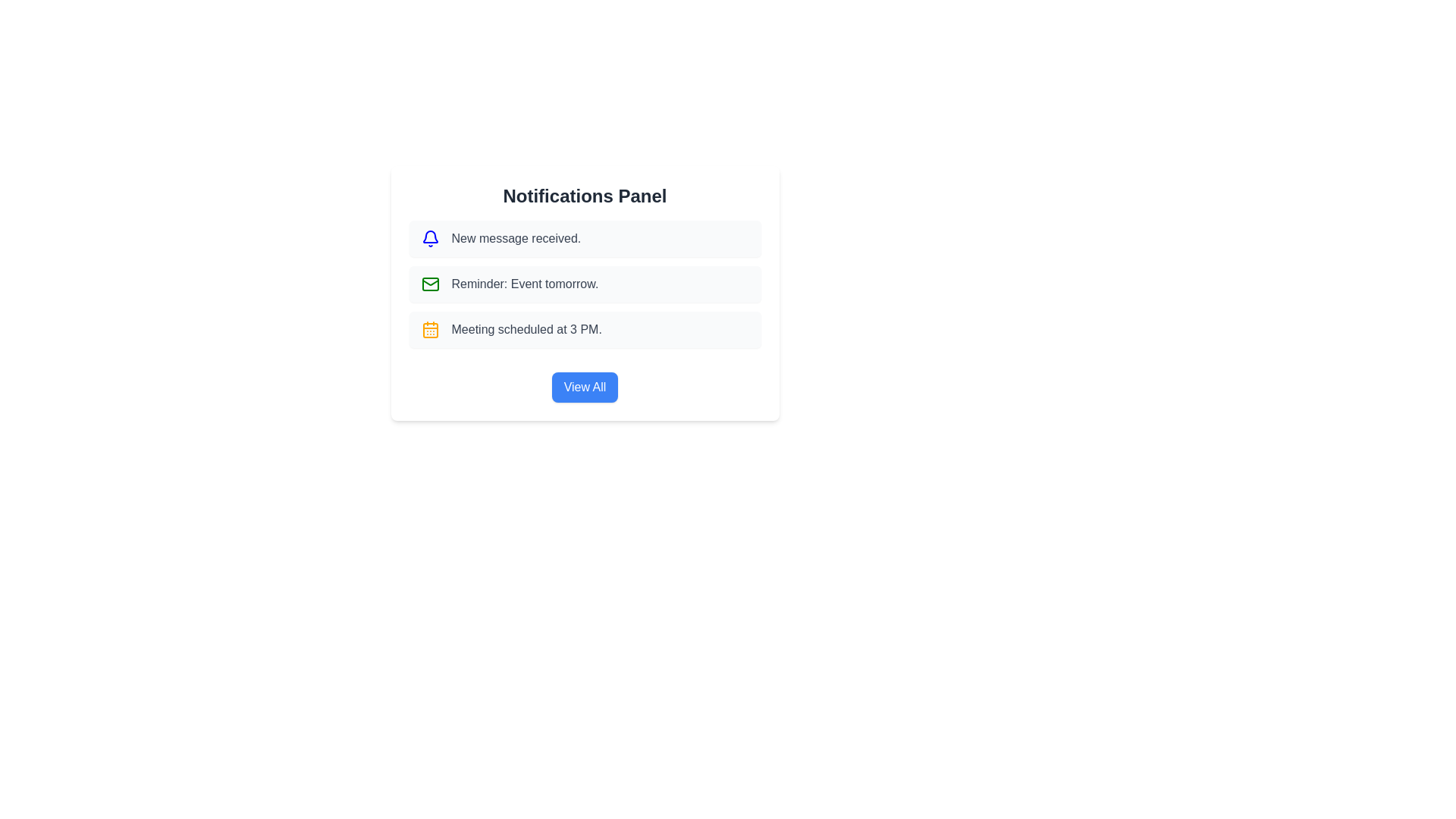  I want to click on the 'View All' button with a blue background and rounded edges located at the bottom of the Notifications Panel, so click(584, 386).